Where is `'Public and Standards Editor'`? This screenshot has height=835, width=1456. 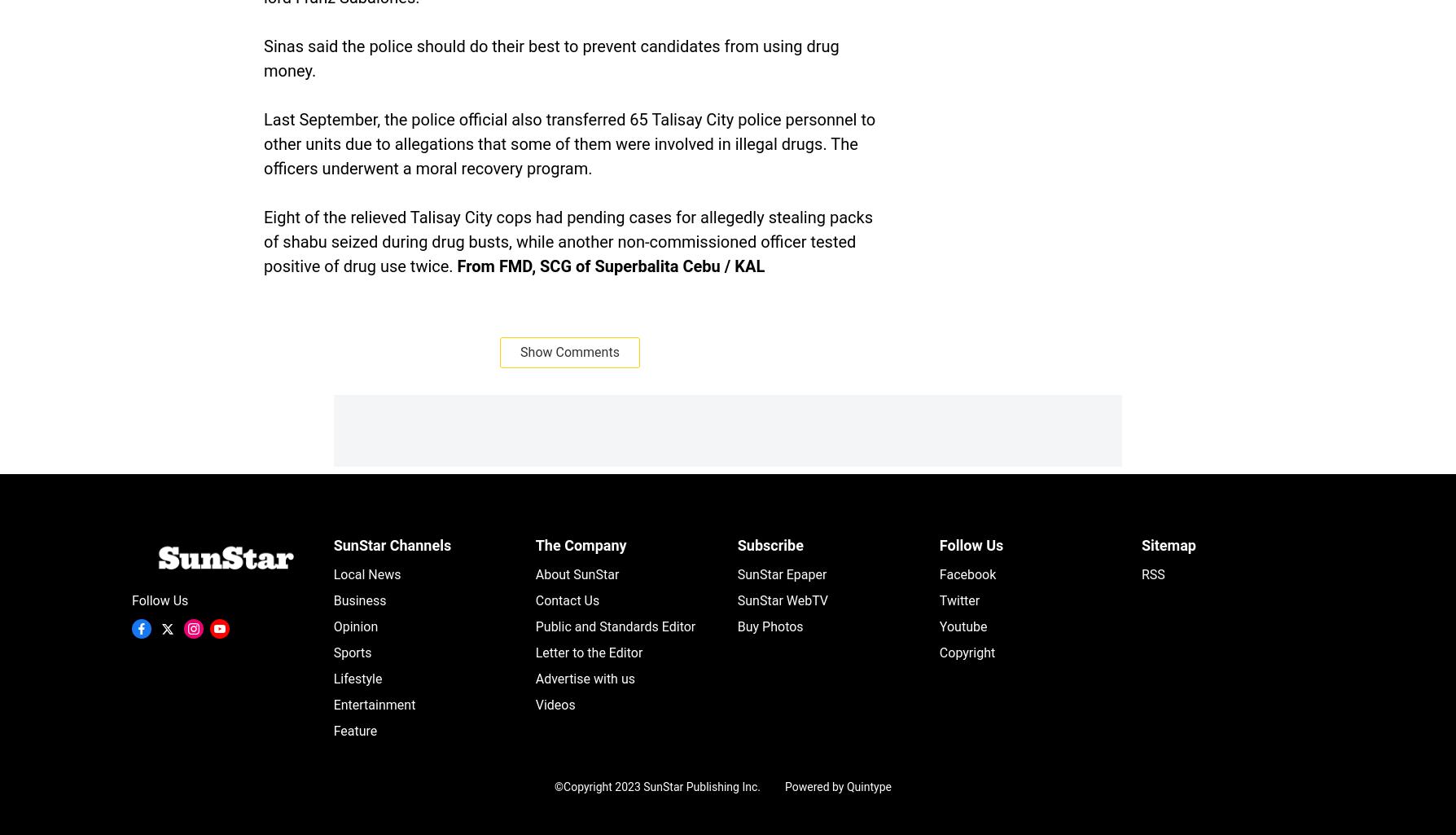 'Public and Standards Editor' is located at coordinates (534, 626).